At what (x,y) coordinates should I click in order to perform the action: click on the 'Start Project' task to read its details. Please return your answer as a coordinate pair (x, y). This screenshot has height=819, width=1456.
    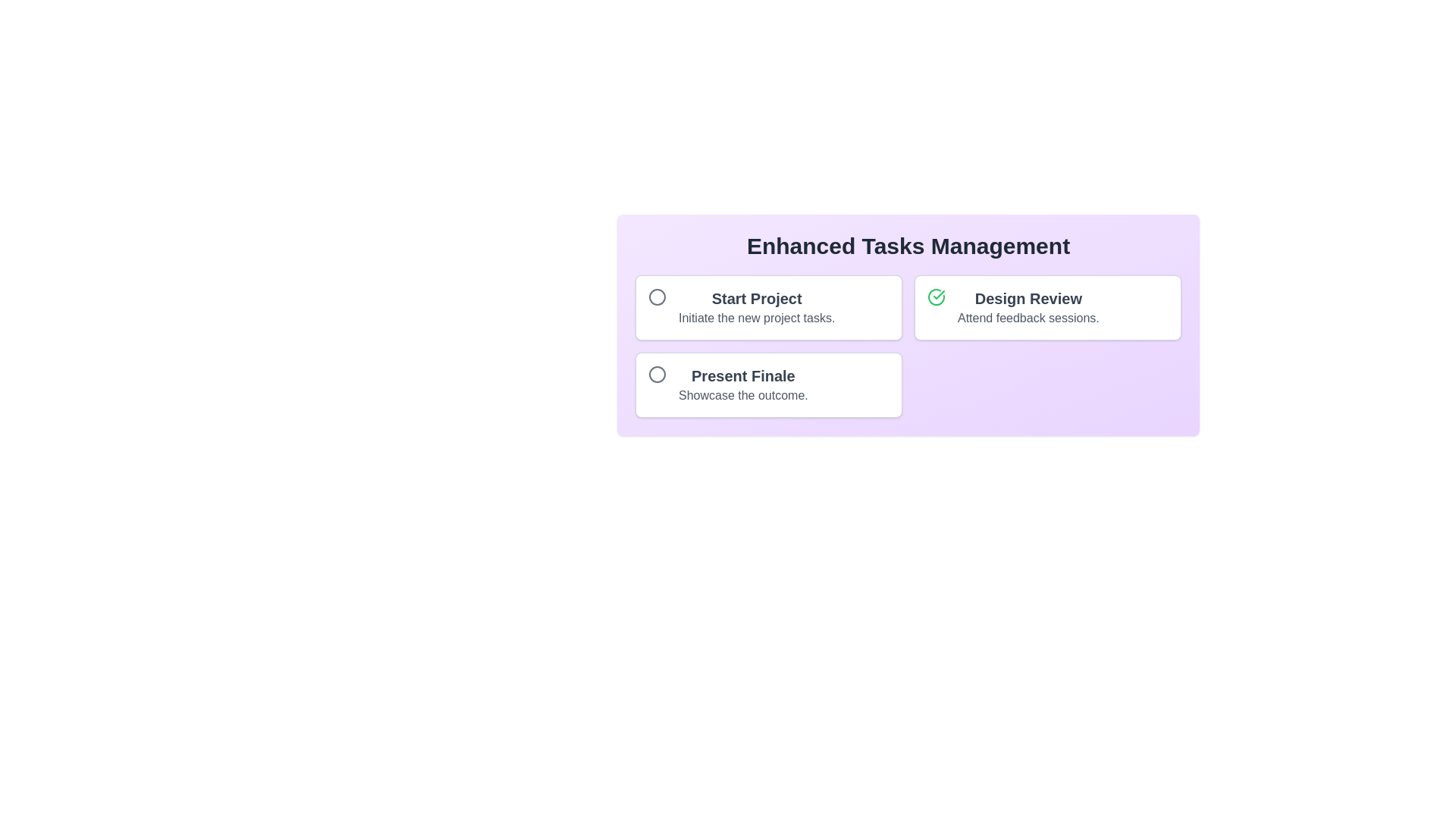
    Looking at the image, I should click on (768, 307).